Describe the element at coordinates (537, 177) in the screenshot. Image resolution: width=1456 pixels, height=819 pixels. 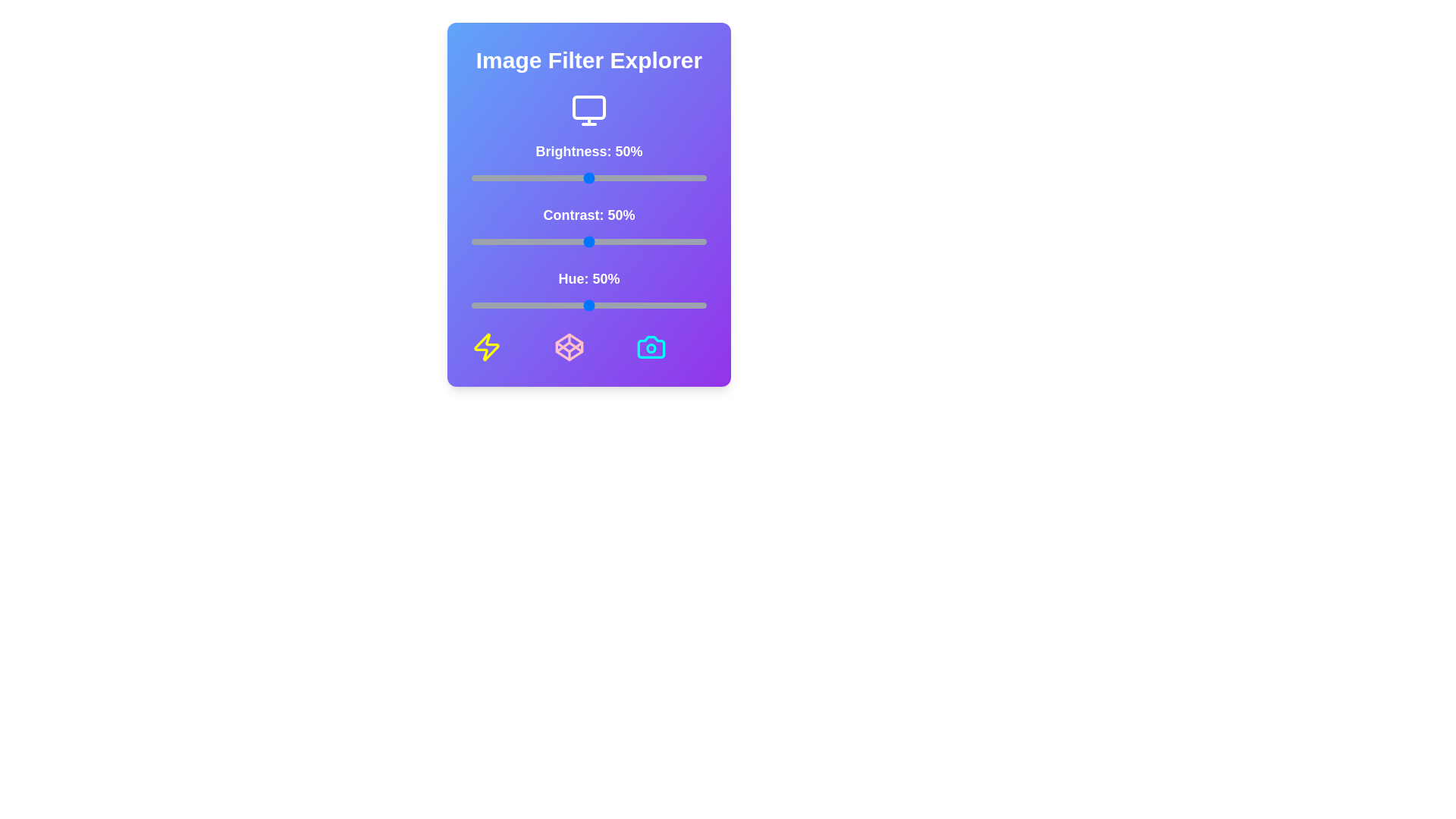
I see `the brightness slider to 28%` at that location.